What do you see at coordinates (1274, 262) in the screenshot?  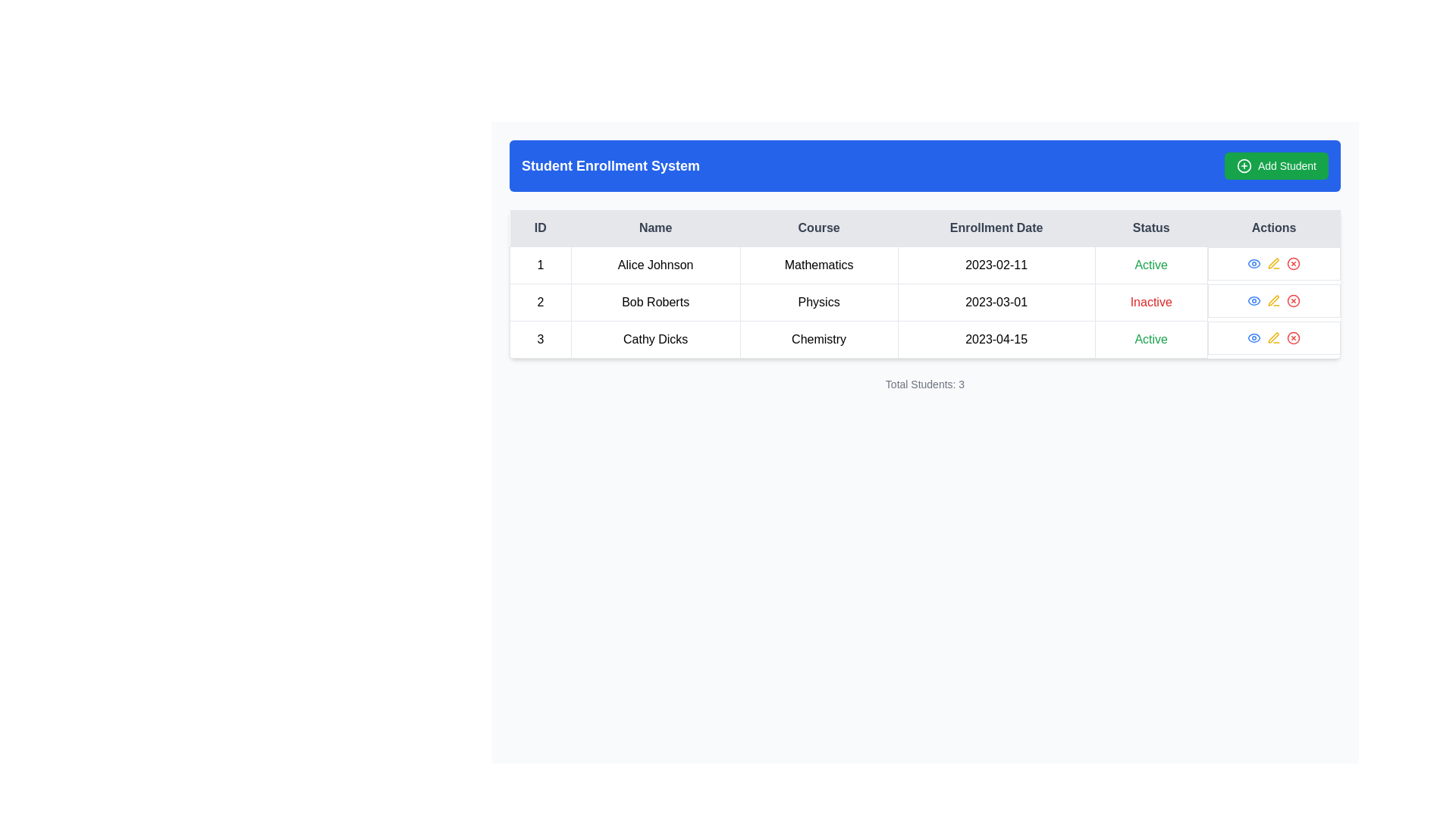 I see `the interactive icons in the Actions column for the first row of the table corresponding to 'Alice Johnson'` at bounding box center [1274, 262].